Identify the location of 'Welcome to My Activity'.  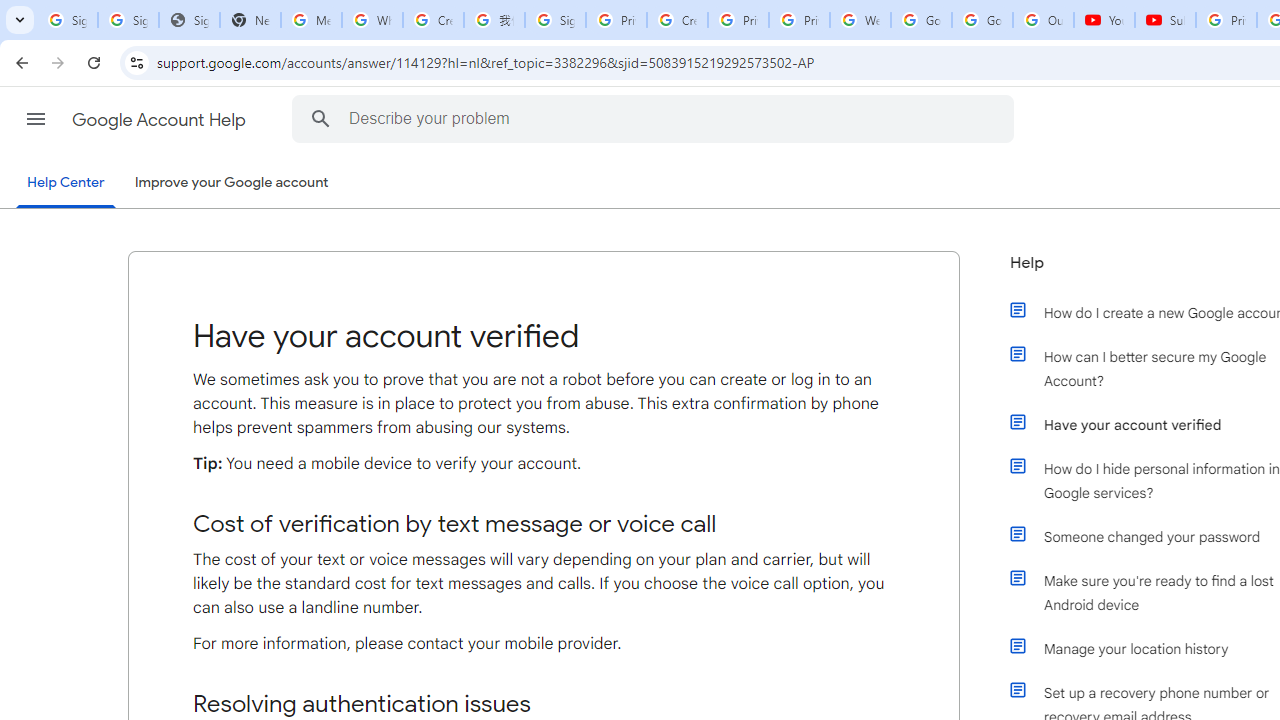
(860, 20).